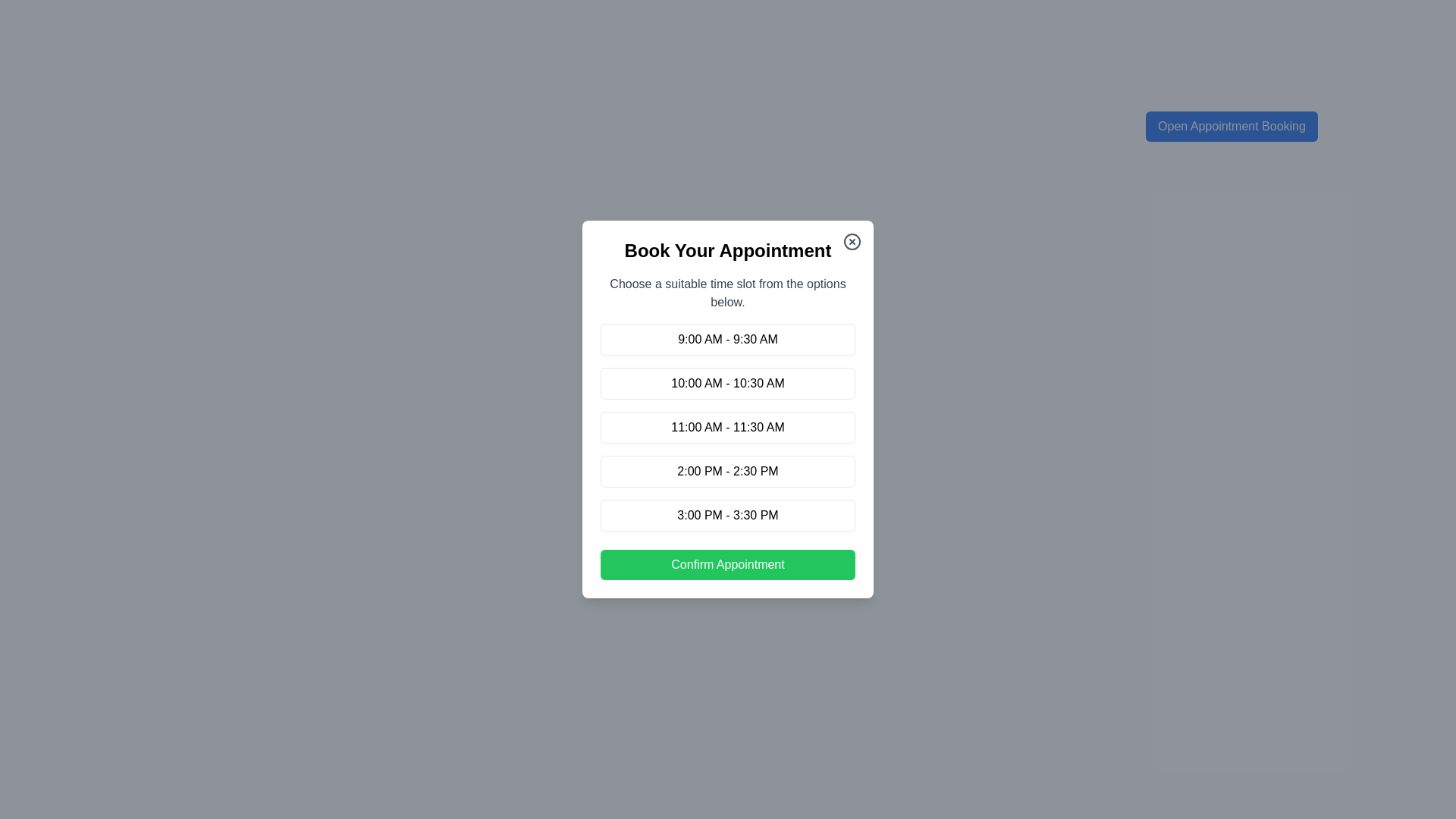 The width and height of the screenshot is (1456, 819). What do you see at coordinates (728, 470) in the screenshot?
I see `the text label displaying '2:00 PM - 2:30 PM' inside the fourth time slot box in the modal dialog` at bounding box center [728, 470].